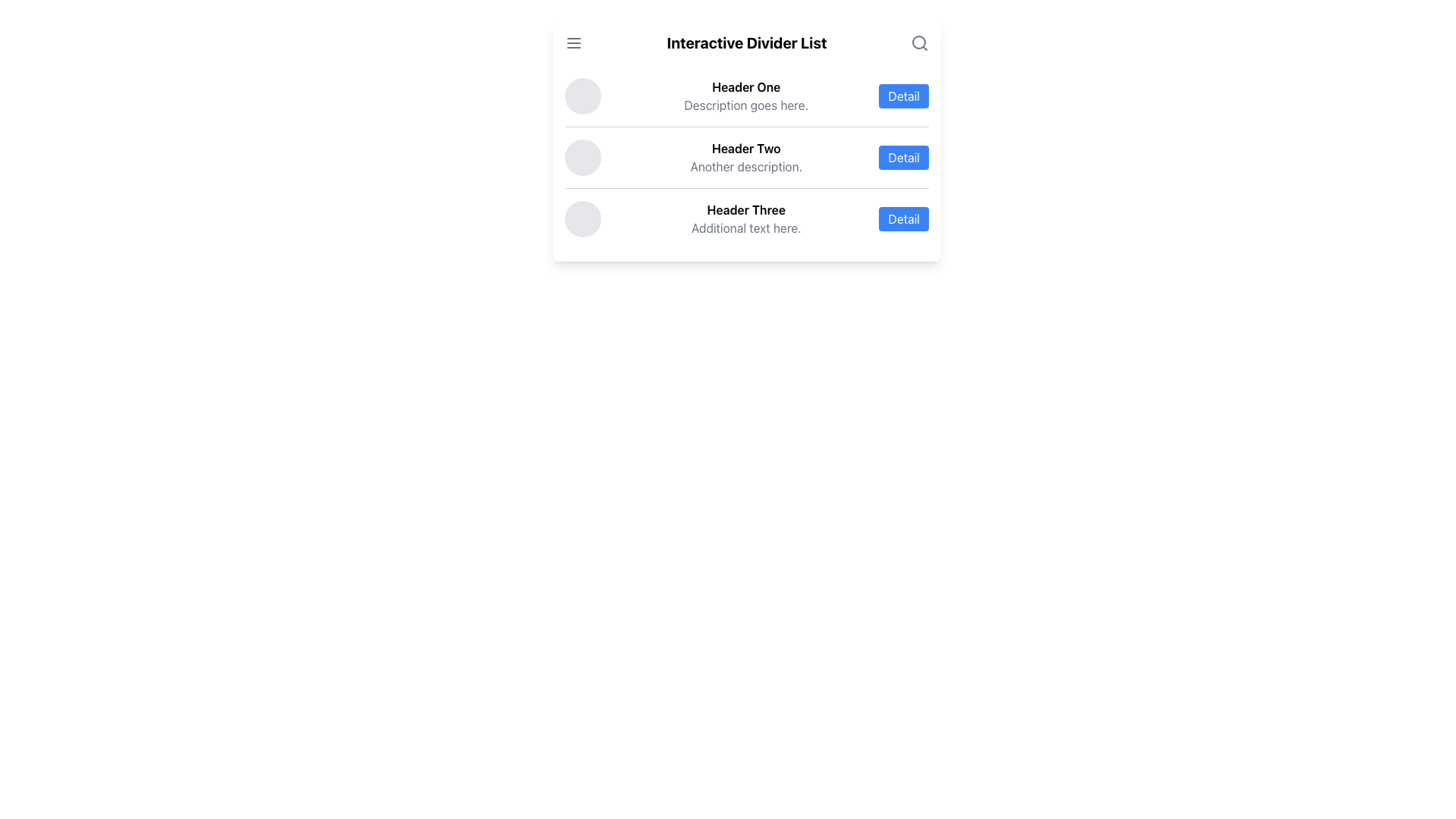 The image size is (1456, 819). What do you see at coordinates (746, 227) in the screenshot?
I see `the text label that reads 'Additional text here.' positioned below the bold header 'Header Three' within a list item` at bounding box center [746, 227].